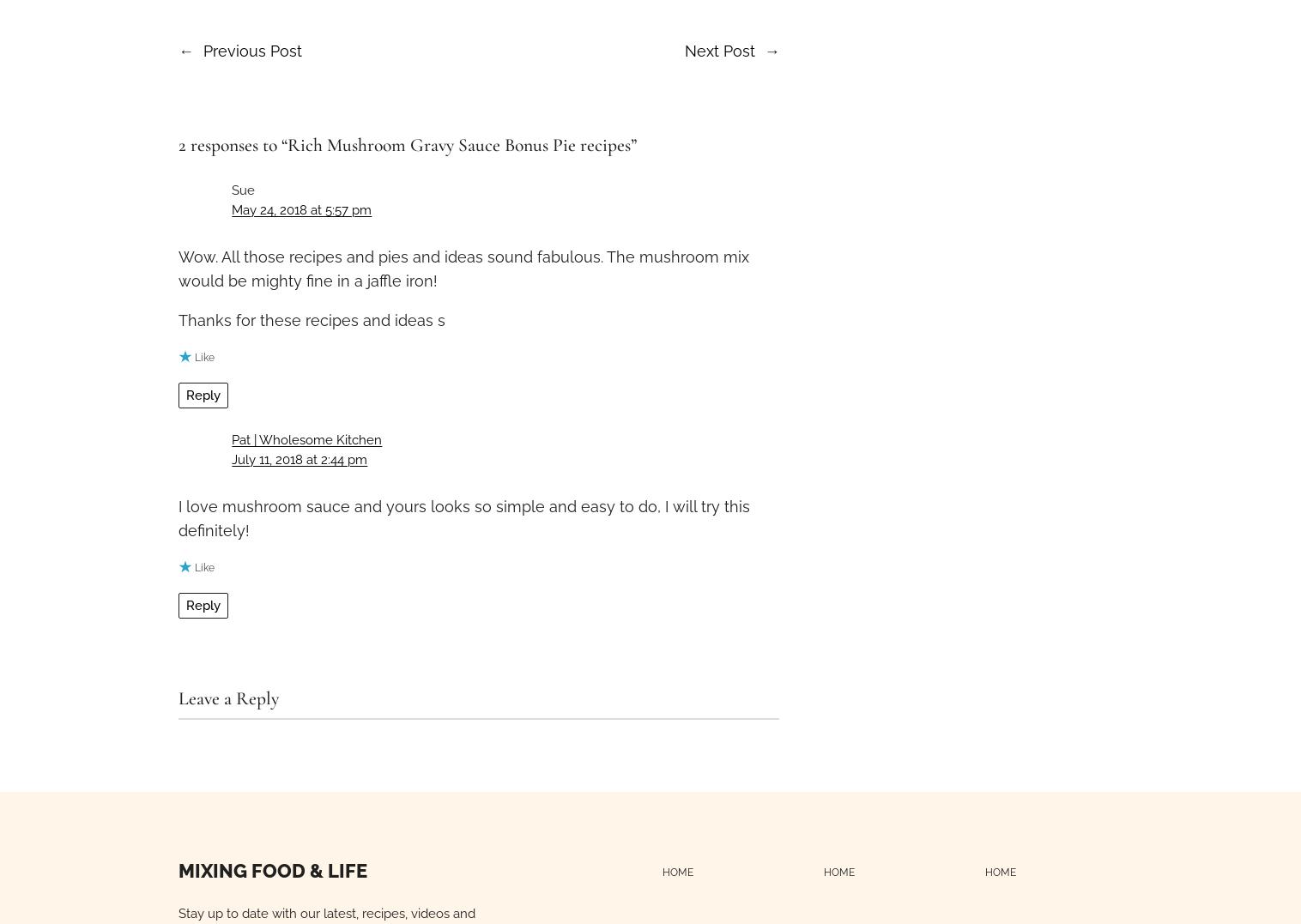 This screenshot has height=924, width=1301. Describe the element at coordinates (228, 698) in the screenshot. I see `'Leave a Reply'` at that location.